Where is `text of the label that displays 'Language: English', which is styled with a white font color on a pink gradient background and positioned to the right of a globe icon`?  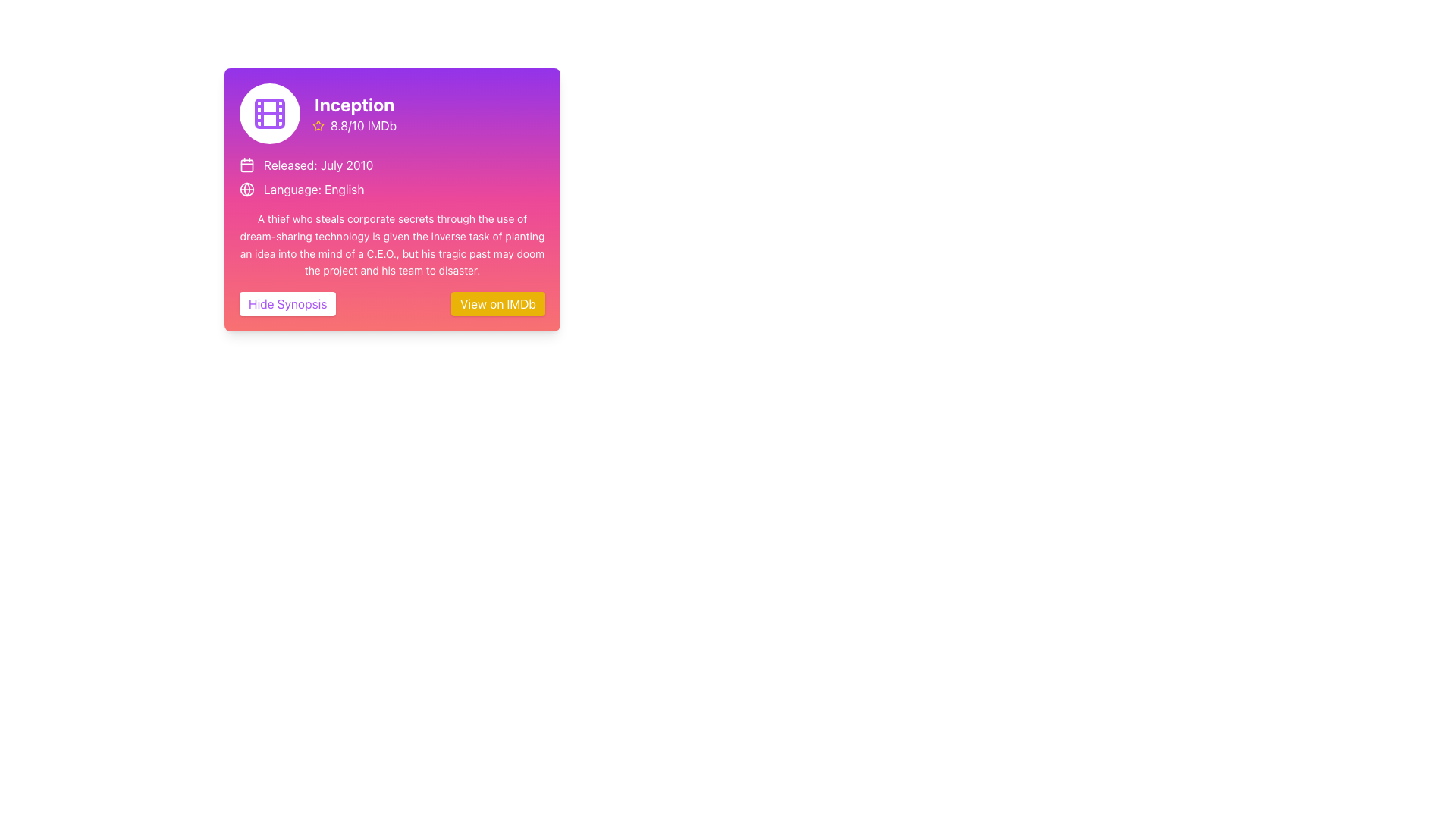 text of the label that displays 'Language: English', which is styled with a white font color on a pink gradient background and positioned to the right of a globe icon is located at coordinates (313, 189).